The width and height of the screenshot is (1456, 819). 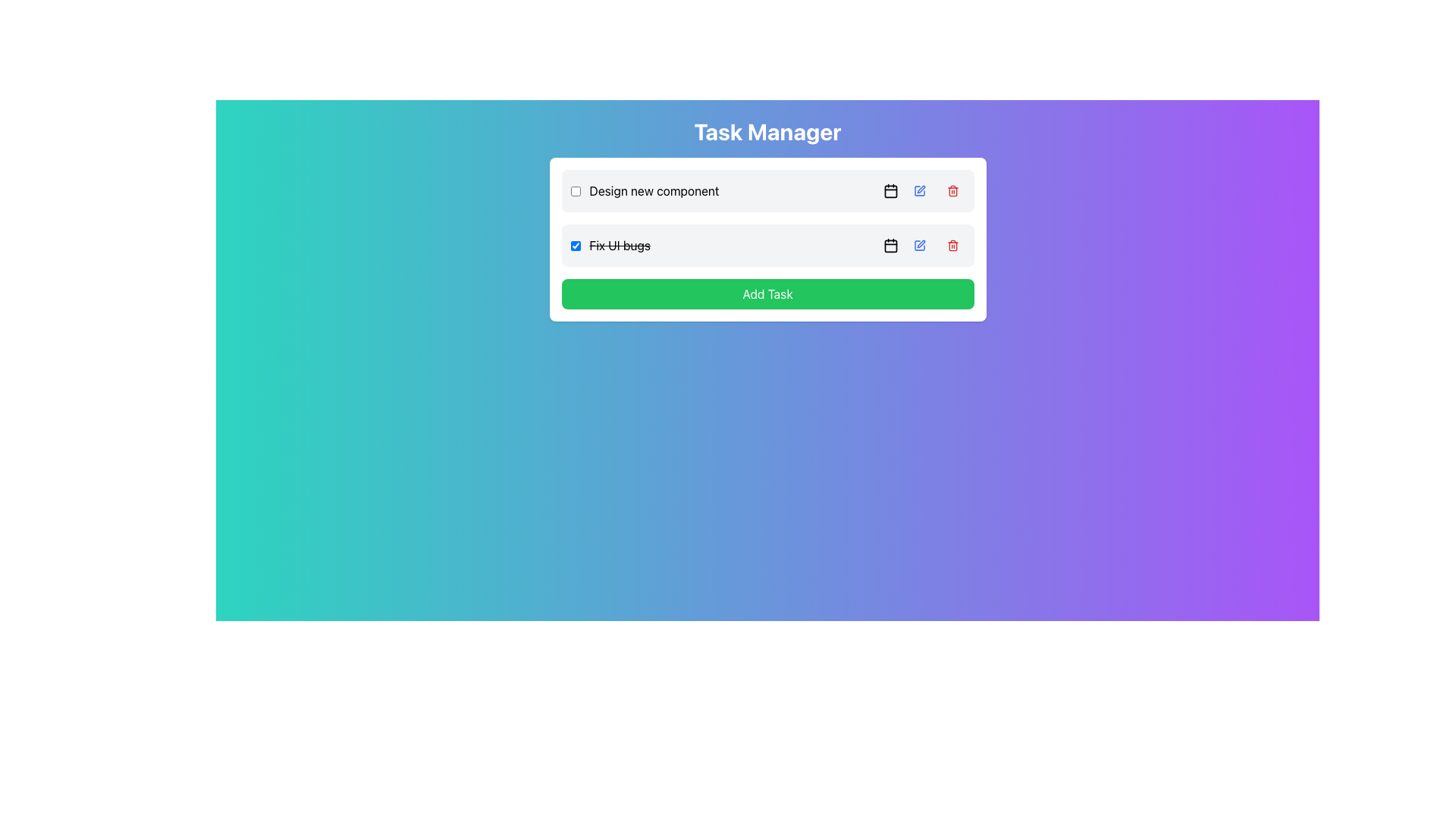 What do you see at coordinates (610, 245) in the screenshot?
I see `the labeled text with strikethrough indicating a completed task, located in the second row of tasks under 'Design new component'` at bounding box center [610, 245].